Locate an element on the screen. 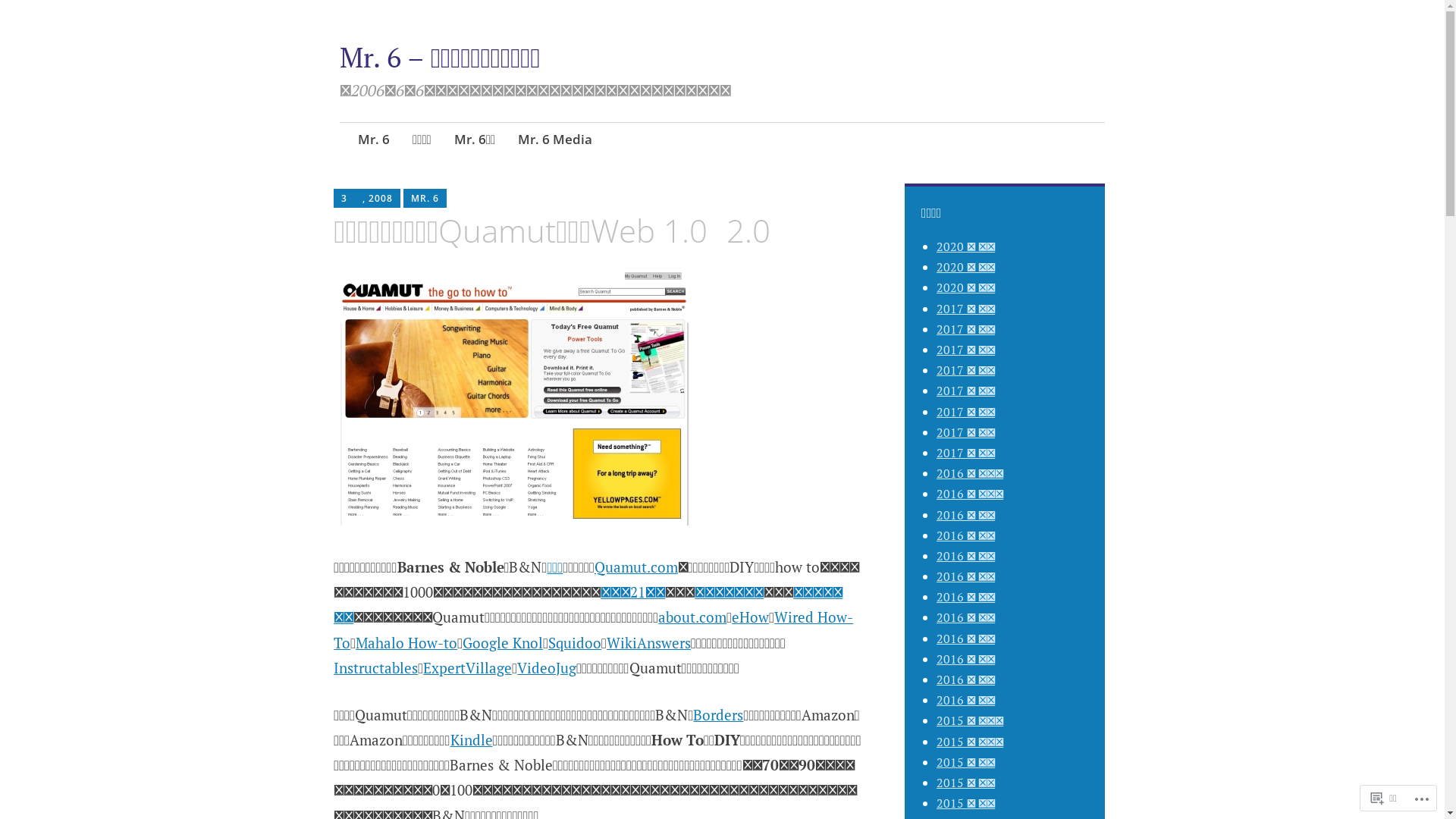  'WikiAnswers' is located at coordinates (648, 642).